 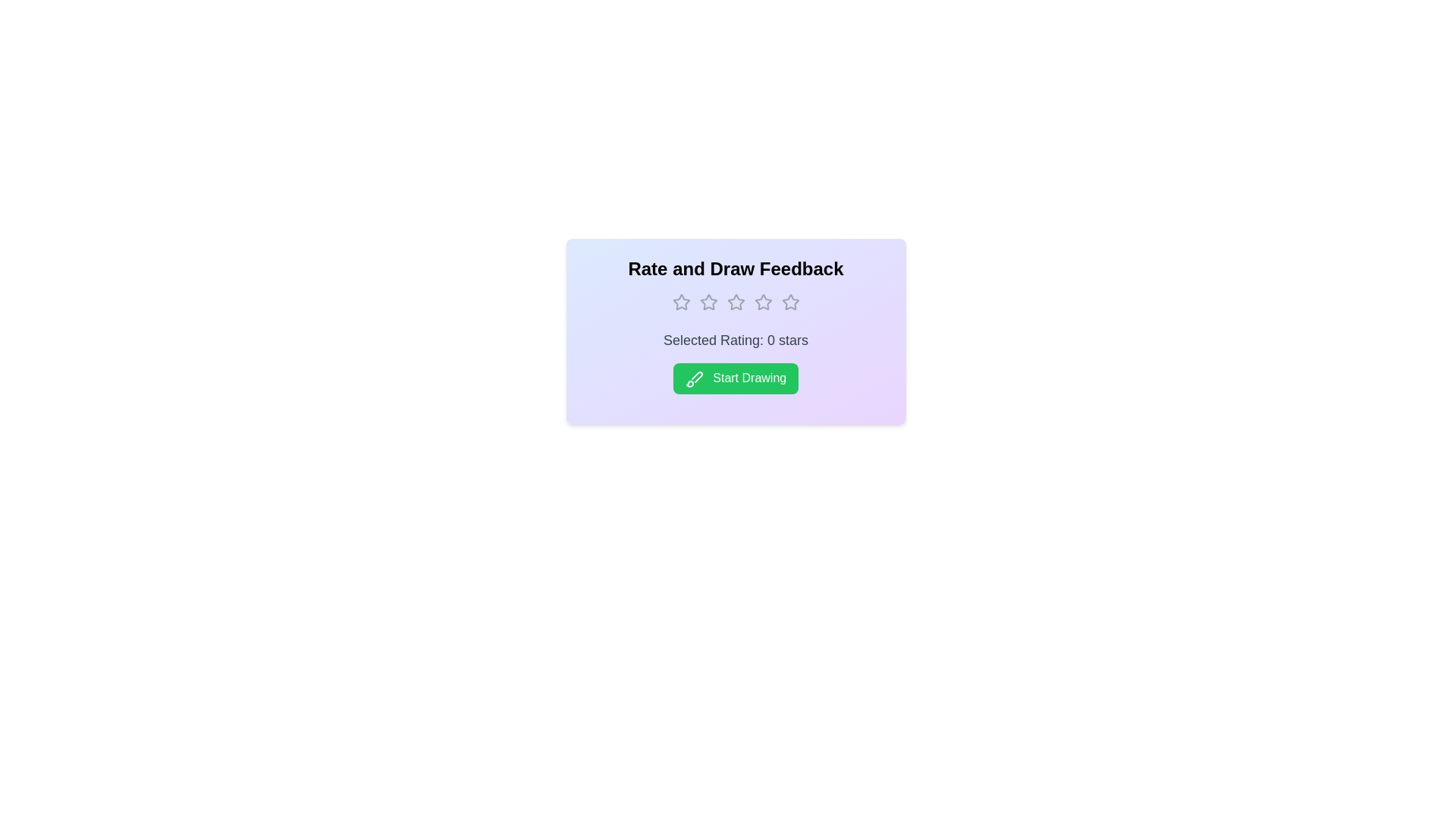 I want to click on the 'Start Drawing' button, so click(x=736, y=378).